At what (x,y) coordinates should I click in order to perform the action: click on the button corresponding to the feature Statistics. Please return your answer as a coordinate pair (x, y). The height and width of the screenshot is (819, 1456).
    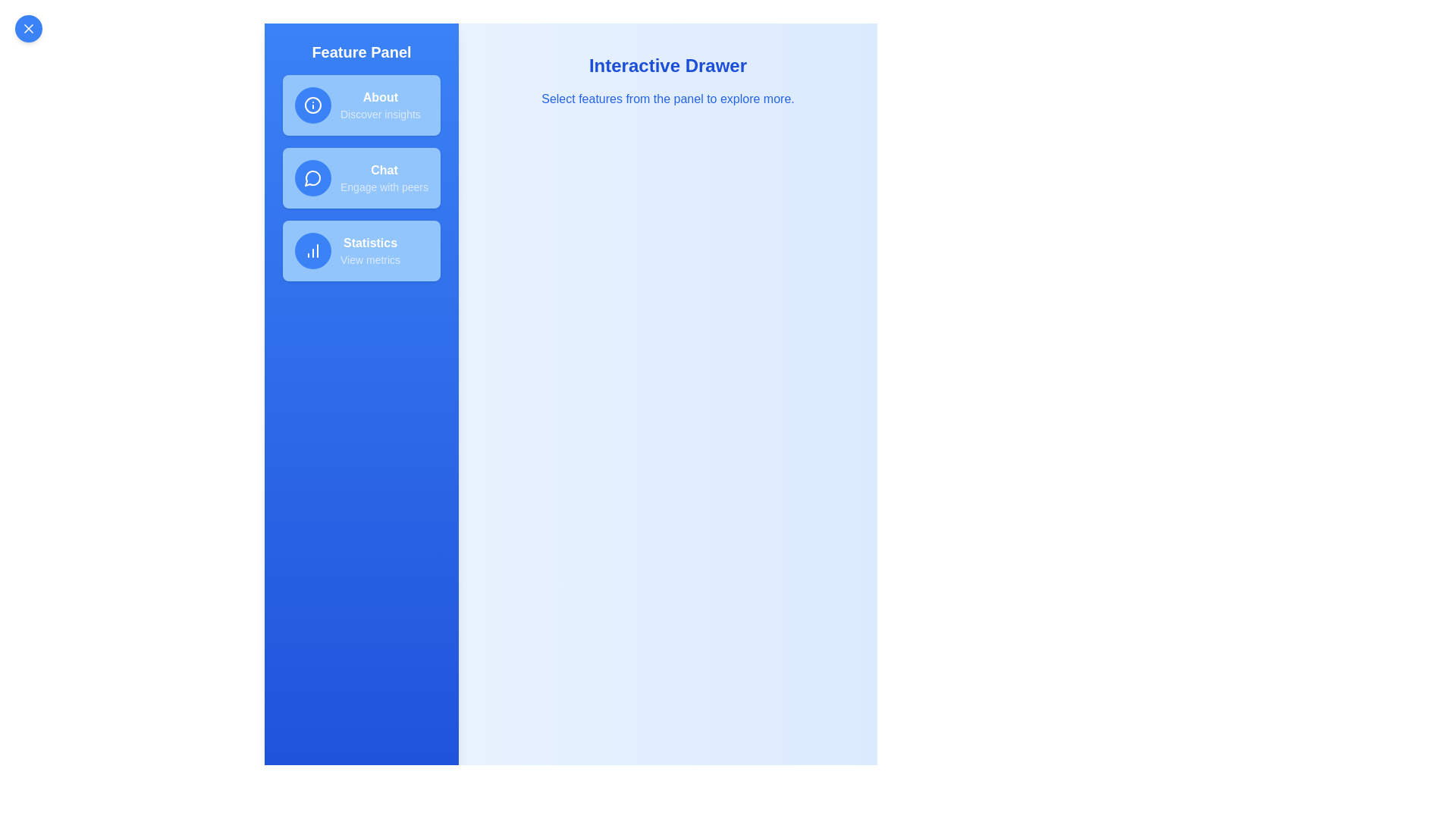
    Looking at the image, I should click on (360, 250).